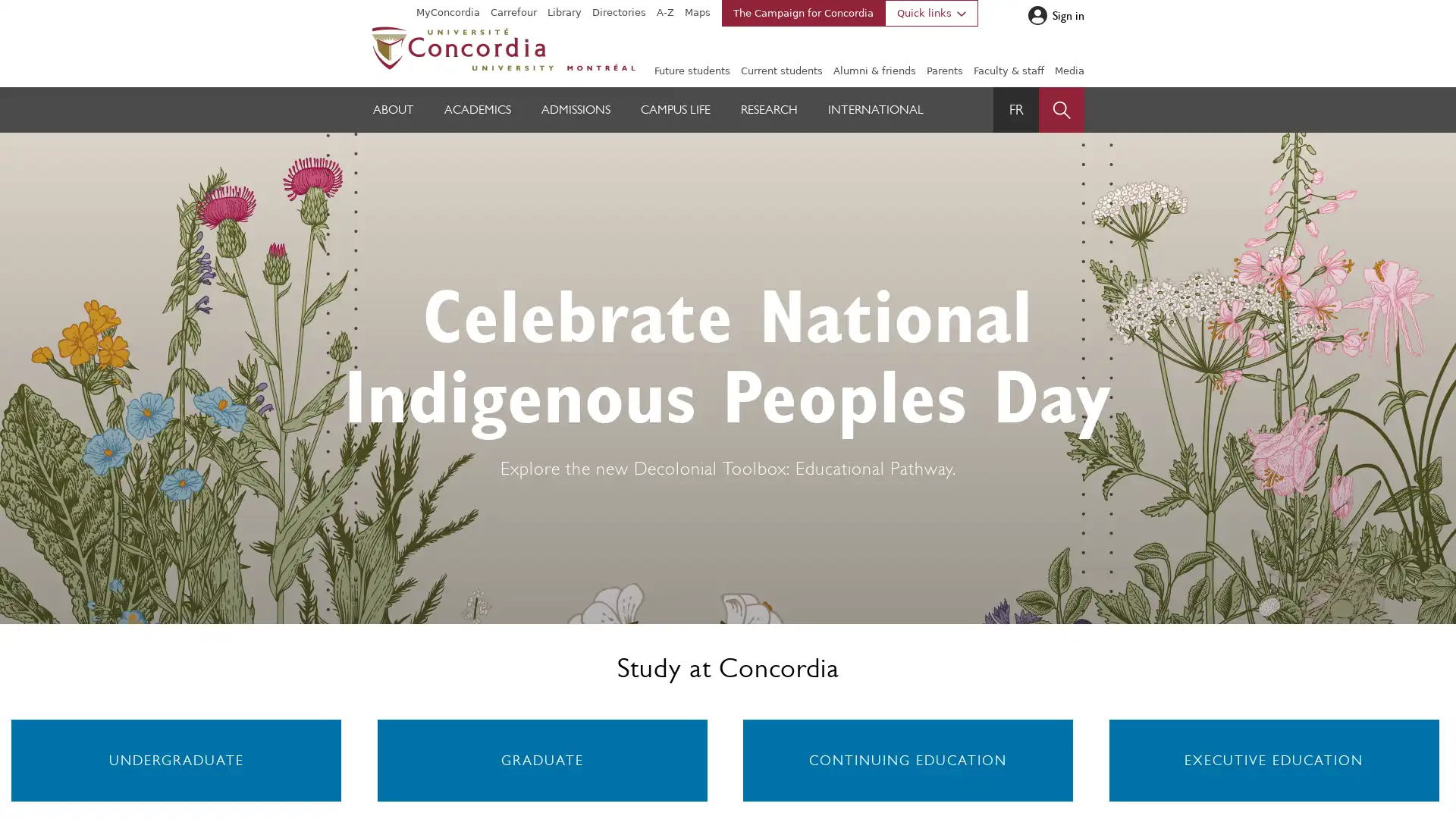  What do you see at coordinates (769, 109) in the screenshot?
I see `RESEARCH` at bounding box center [769, 109].